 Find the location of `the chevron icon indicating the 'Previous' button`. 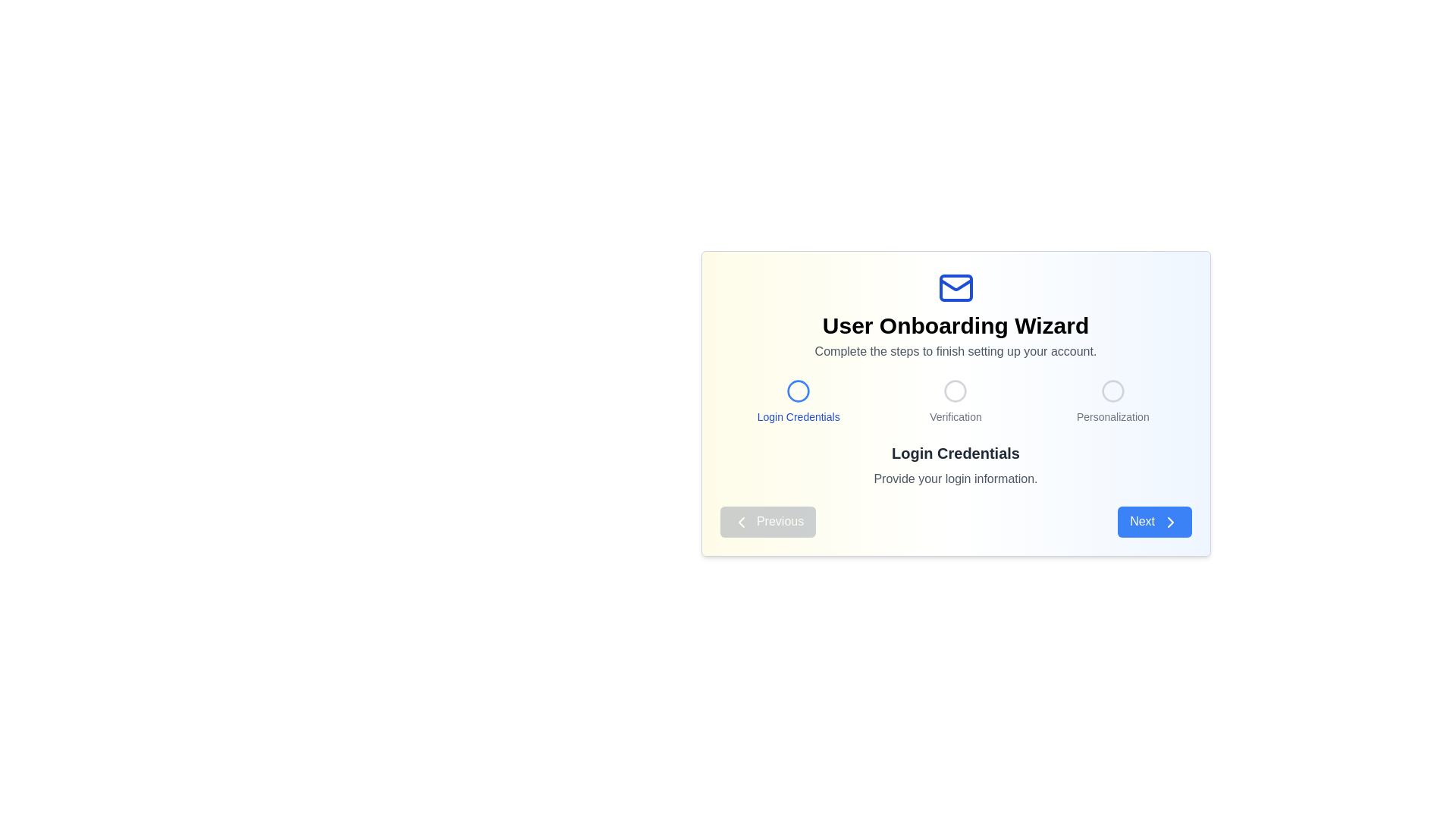

the chevron icon indicating the 'Previous' button is located at coordinates (741, 521).